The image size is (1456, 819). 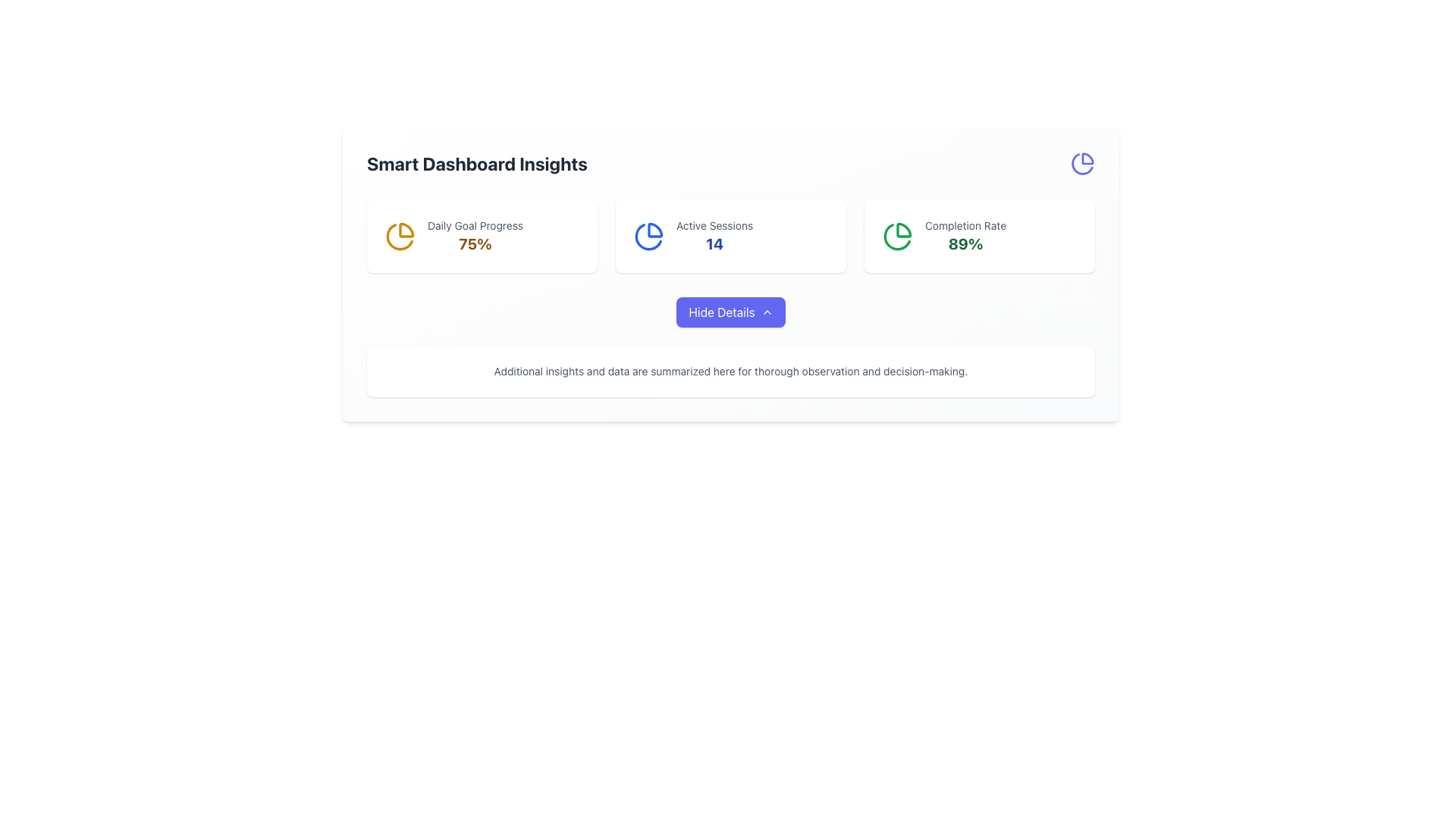 What do you see at coordinates (965, 237) in the screenshot?
I see `the 'Completion Rate' text display element, which shows '89%' in a larger green font and is part of the third information card on the right in the central section of the dashboard` at bounding box center [965, 237].